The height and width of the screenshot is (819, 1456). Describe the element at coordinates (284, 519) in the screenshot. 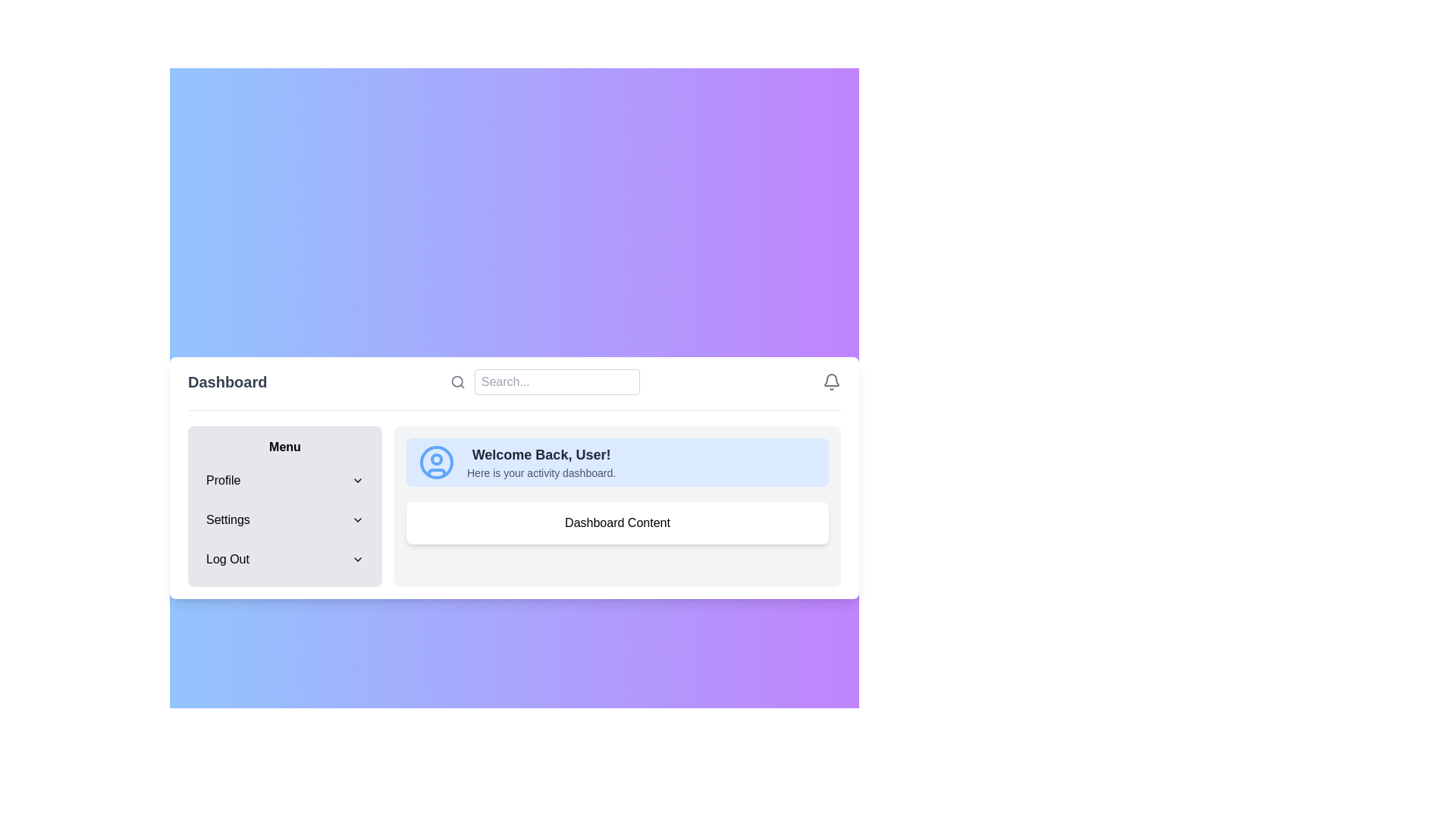

I see `the 'Settings' menu item in the sidebar` at that location.